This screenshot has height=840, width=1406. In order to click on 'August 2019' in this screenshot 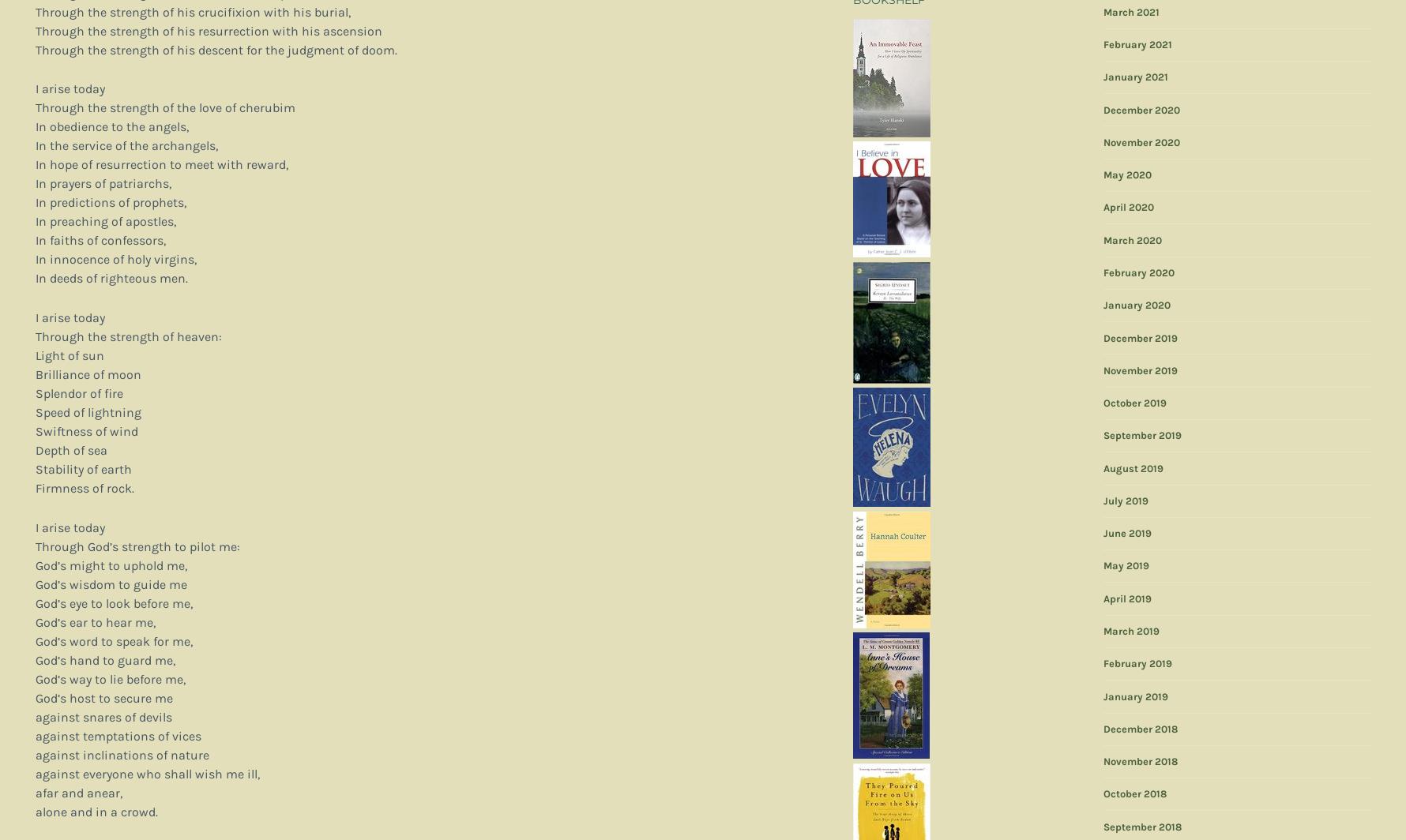, I will do `click(1133, 467)`.